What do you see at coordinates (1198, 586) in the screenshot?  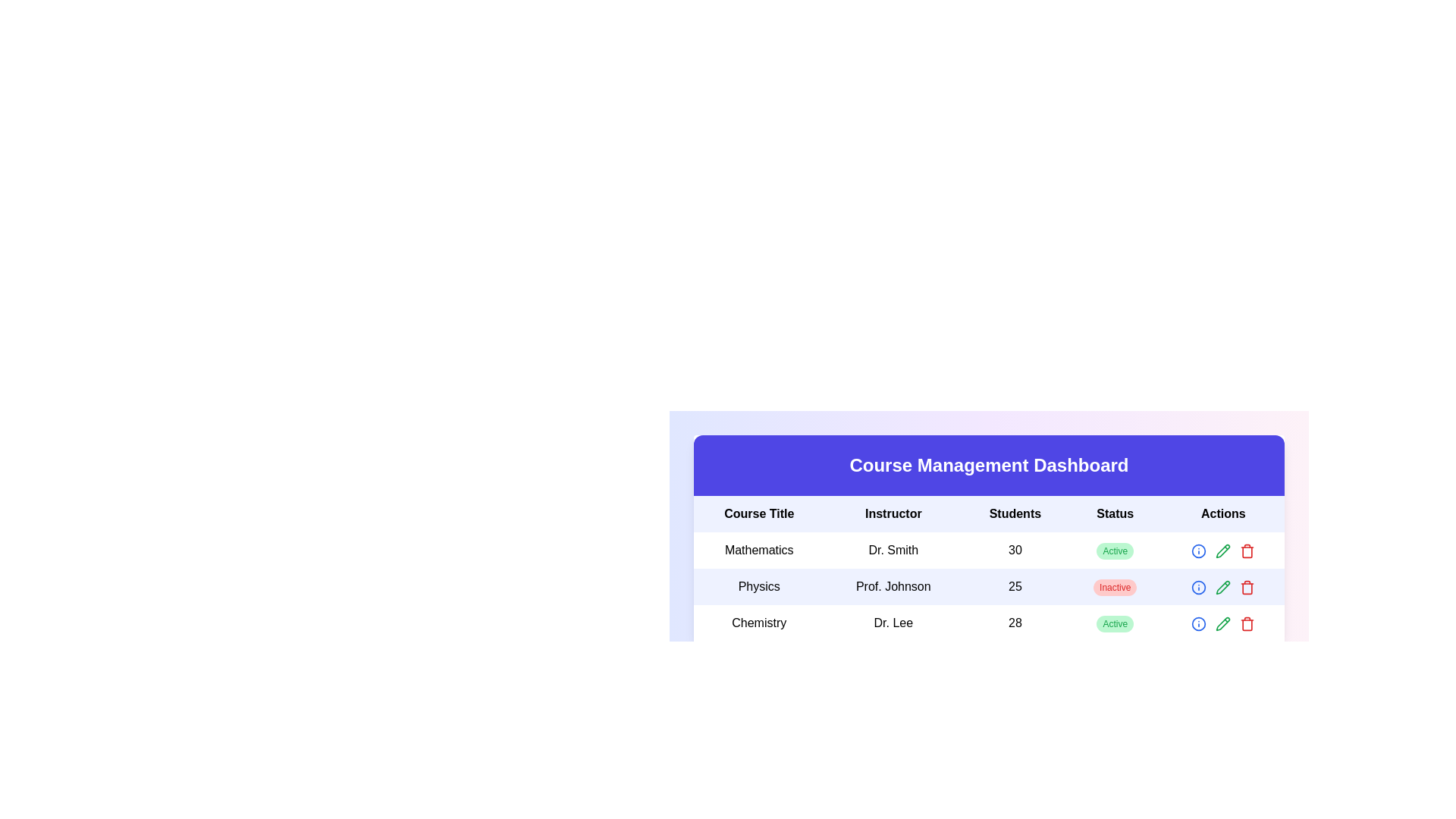 I see `the informational button icon with a blue outline and inner 'i' symbol located in the 'Actions' column of the second row, corresponding to the course 'Physics' with instructor 'Prof. Johnson'` at bounding box center [1198, 586].